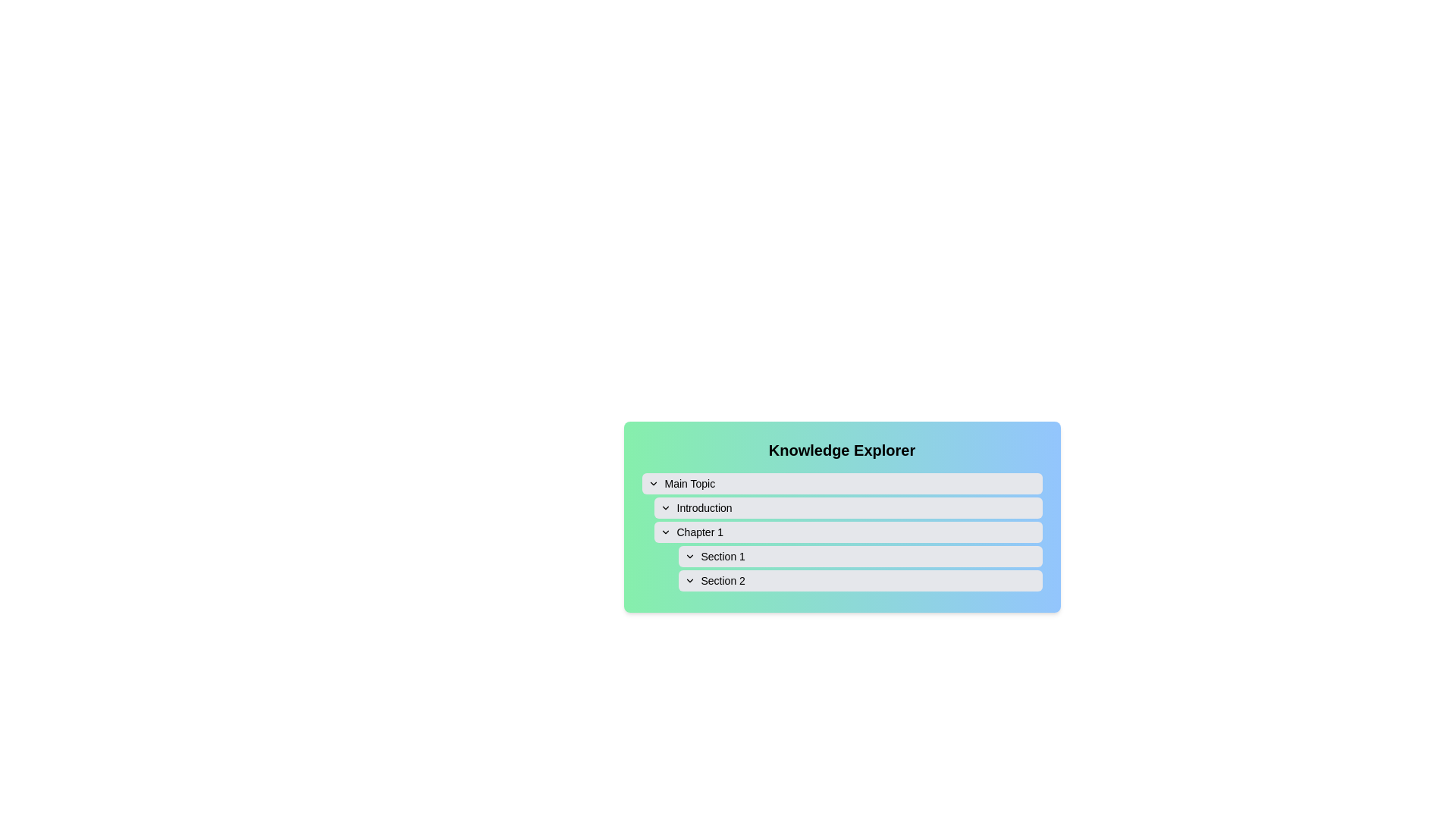 The width and height of the screenshot is (1456, 819). What do you see at coordinates (704, 508) in the screenshot?
I see `the 'Introduction' text label in the navigation menu to observe any hover effects` at bounding box center [704, 508].